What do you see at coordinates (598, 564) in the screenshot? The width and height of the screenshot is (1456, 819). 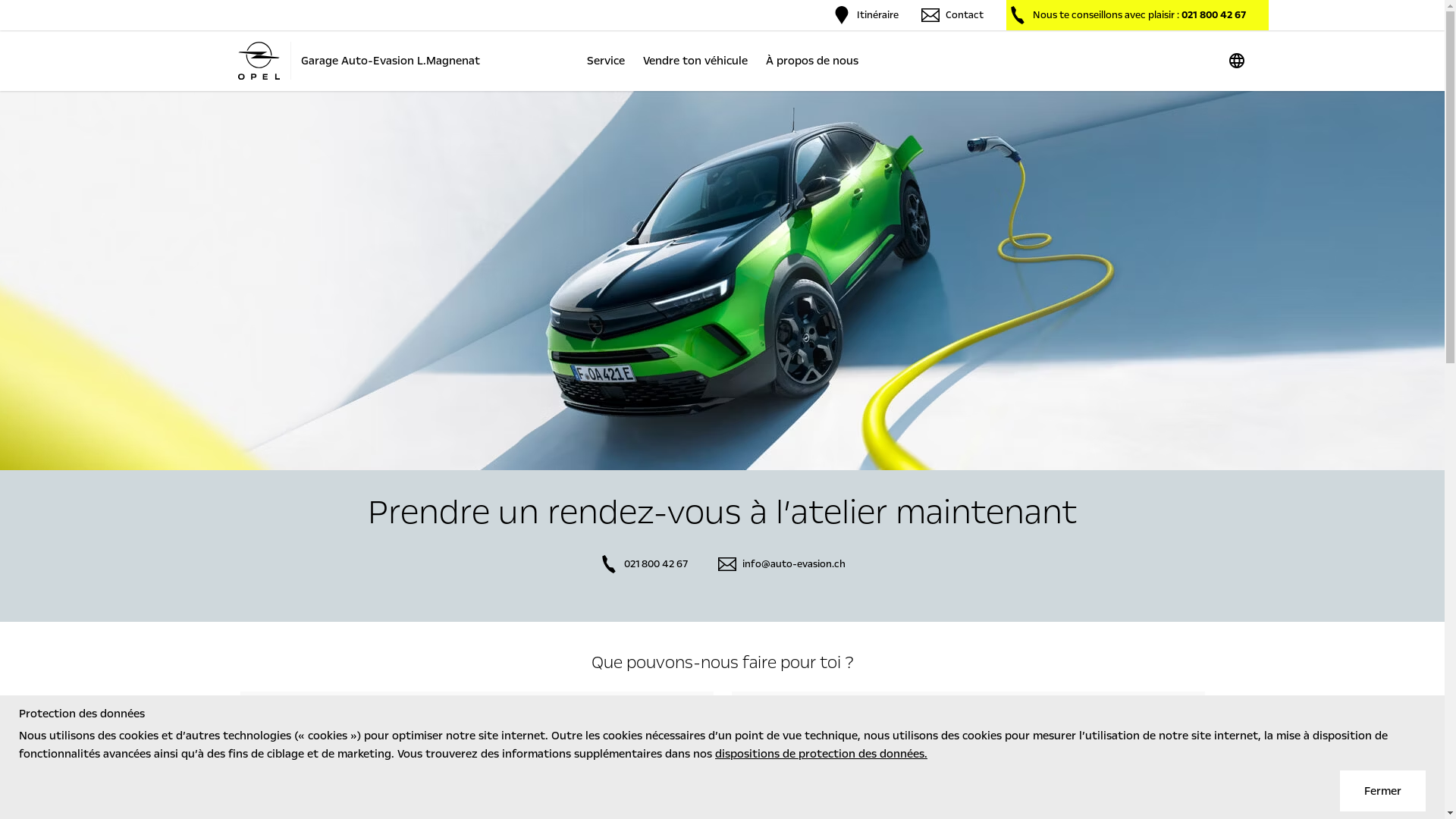 I see `'021 800 42 67'` at bounding box center [598, 564].